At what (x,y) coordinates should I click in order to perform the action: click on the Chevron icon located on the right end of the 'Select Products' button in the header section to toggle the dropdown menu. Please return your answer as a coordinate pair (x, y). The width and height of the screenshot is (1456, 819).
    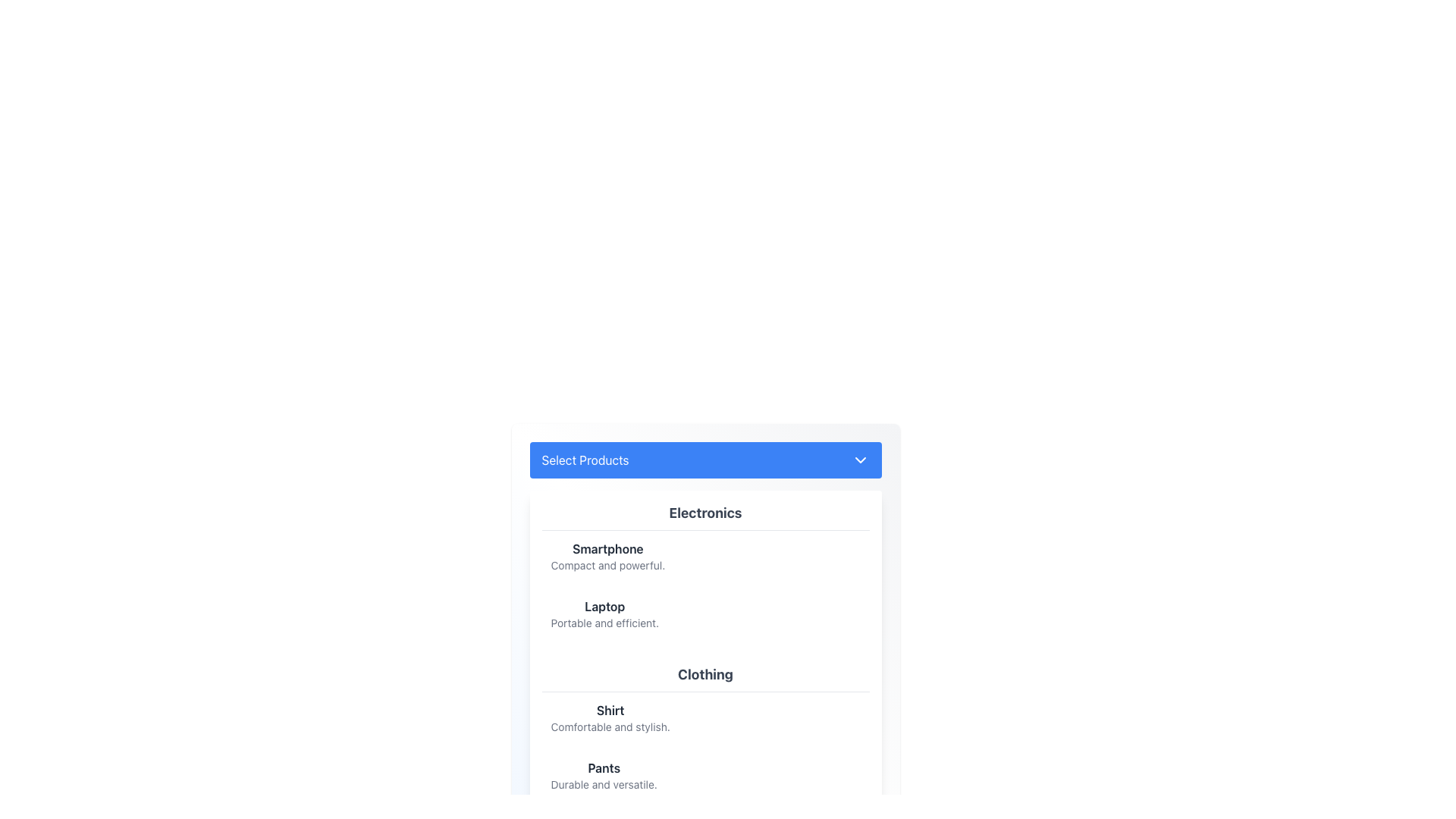
    Looking at the image, I should click on (860, 459).